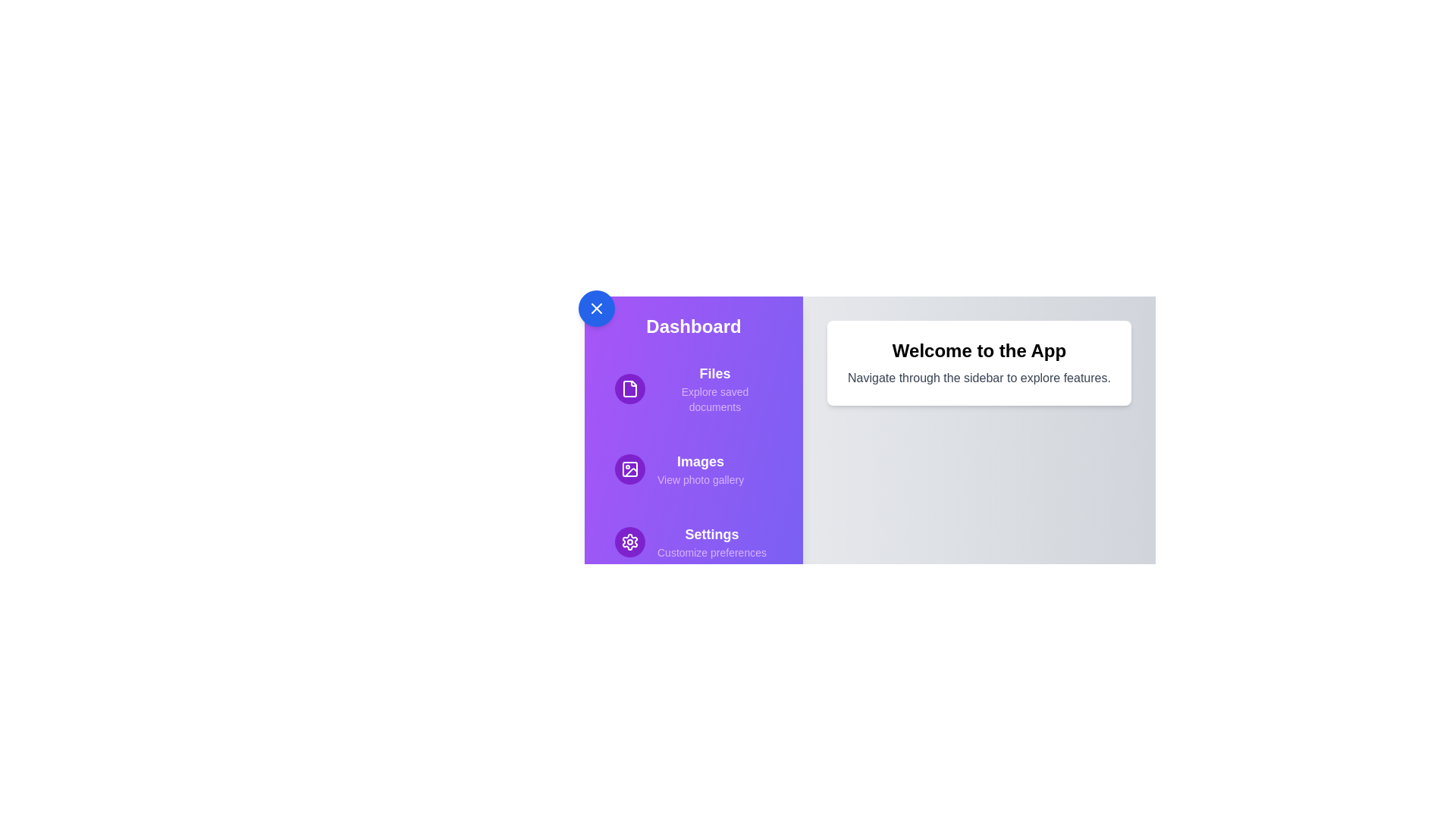 The image size is (1456, 819). I want to click on the menu item Images in the sidebar, so click(693, 468).